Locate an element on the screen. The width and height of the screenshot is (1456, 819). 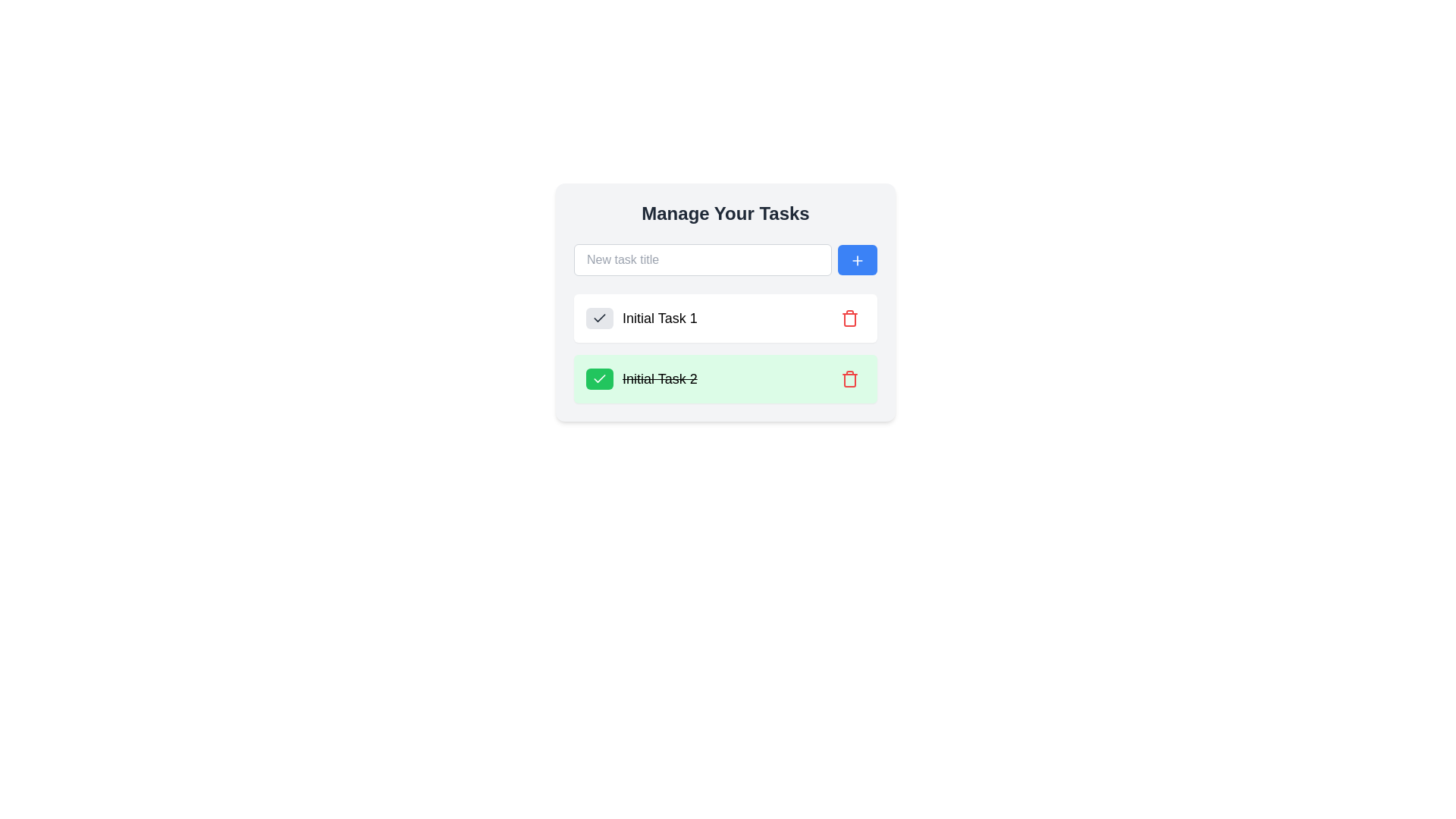
the text label that represents the title of a completed task, which is styled with a strikethrough and is centrally aligned within its row, situated between a checkmark icon and a delete icon is located at coordinates (660, 378).